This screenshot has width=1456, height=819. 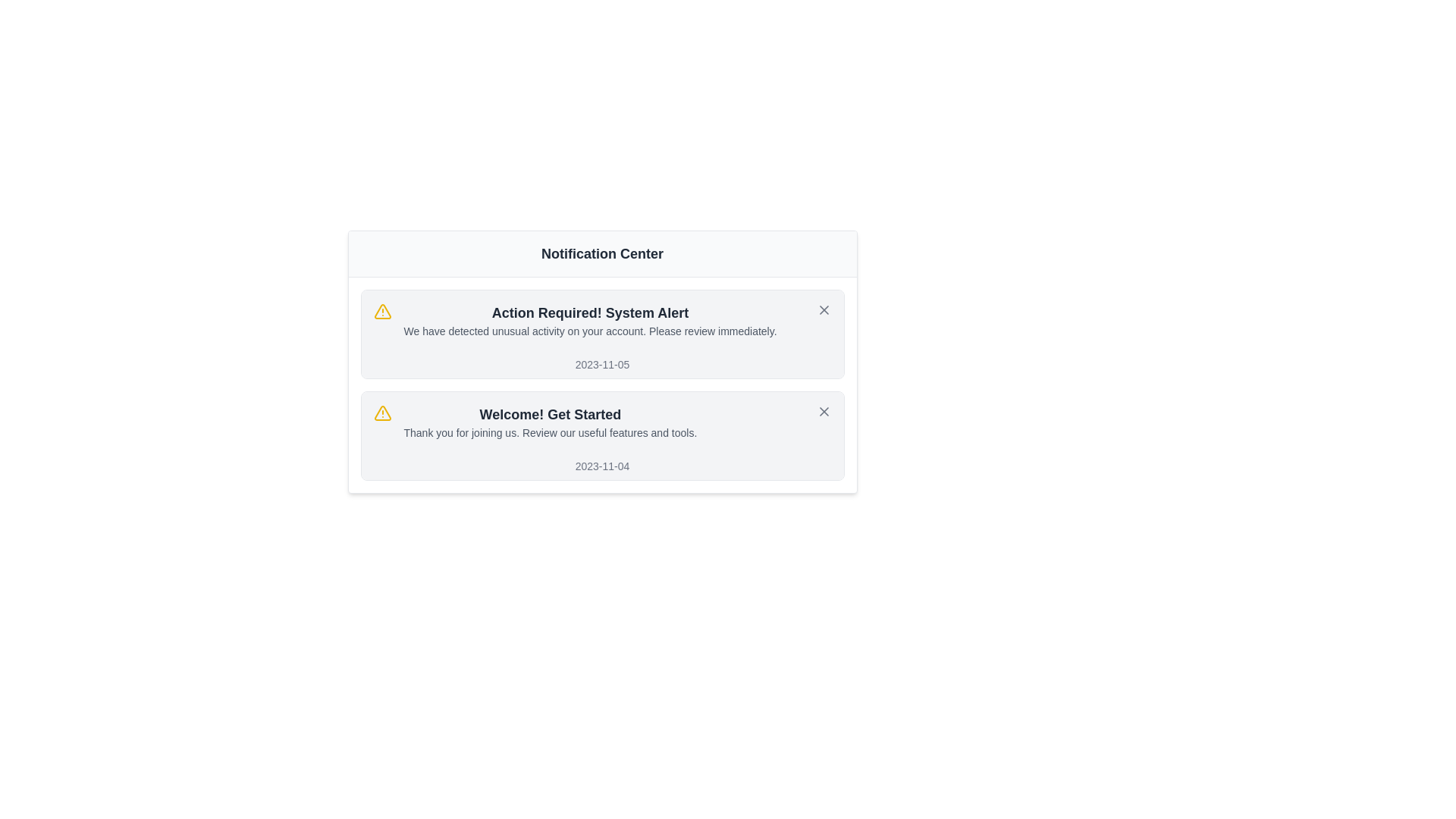 I want to click on timestamp text located in the bottom-right corner of the 'Action Required! System Alert' notification card, so click(x=601, y=365).